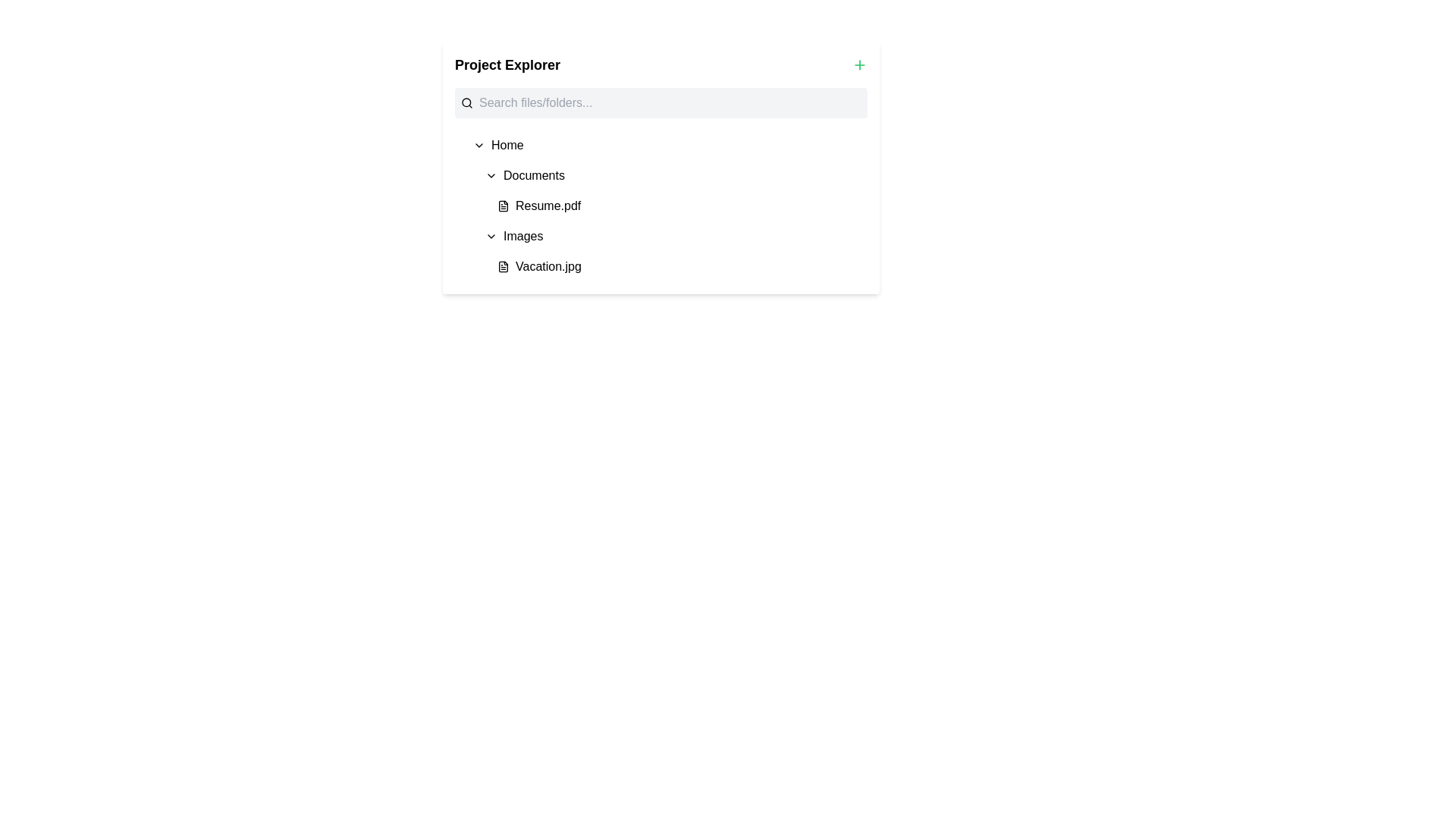 This screenshot has width=1456, height=819. Describe the element at coordinates (667, 146) in the screenshot. I see `the 'Home' navigational item` at that location.